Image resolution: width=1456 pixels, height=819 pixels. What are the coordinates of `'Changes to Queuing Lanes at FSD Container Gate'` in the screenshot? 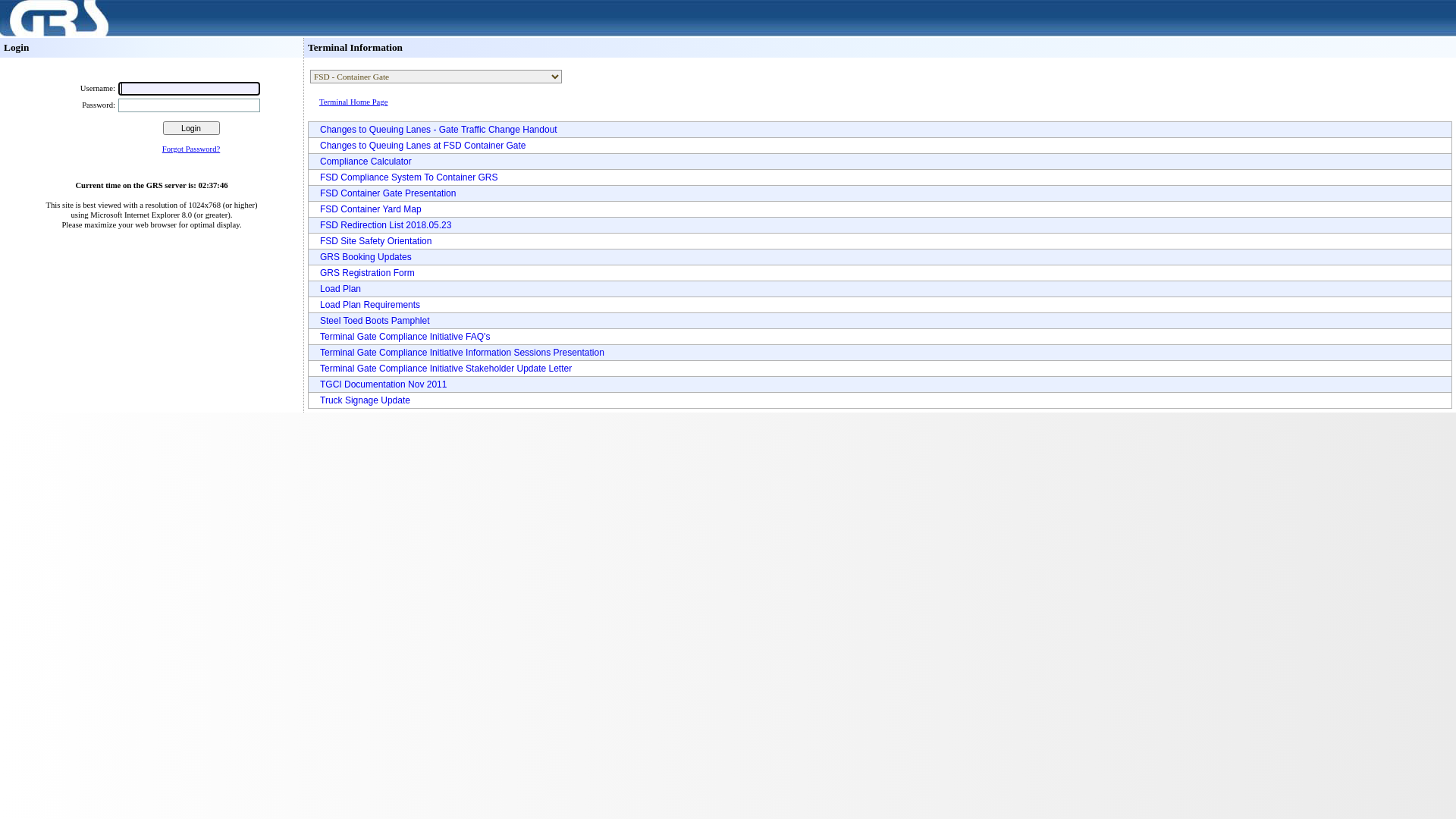 It's located at (419, 146).